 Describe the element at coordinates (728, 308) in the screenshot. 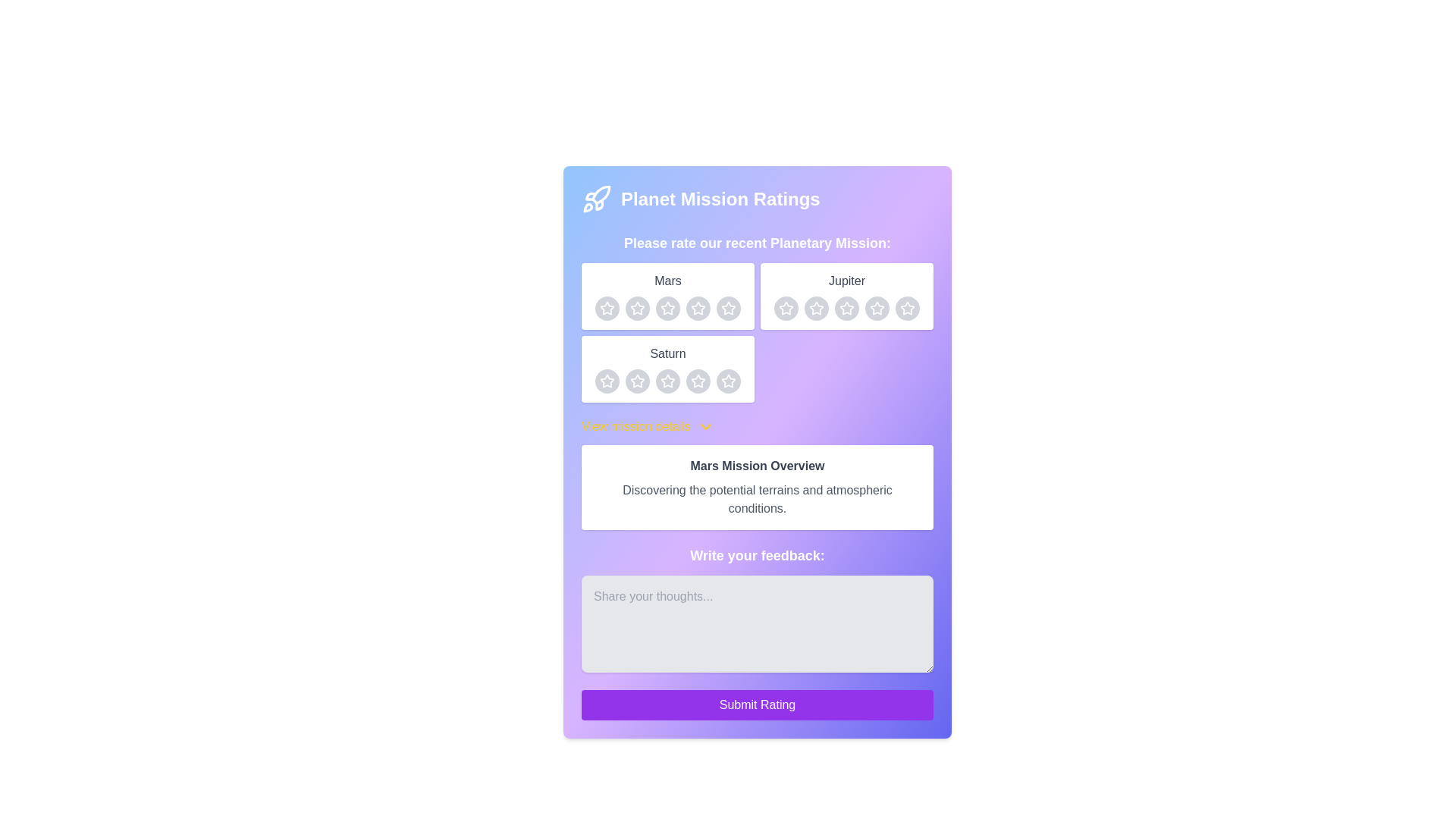

I see `the fourth star icon in the star rating section under the 'Mars' label` at that location.